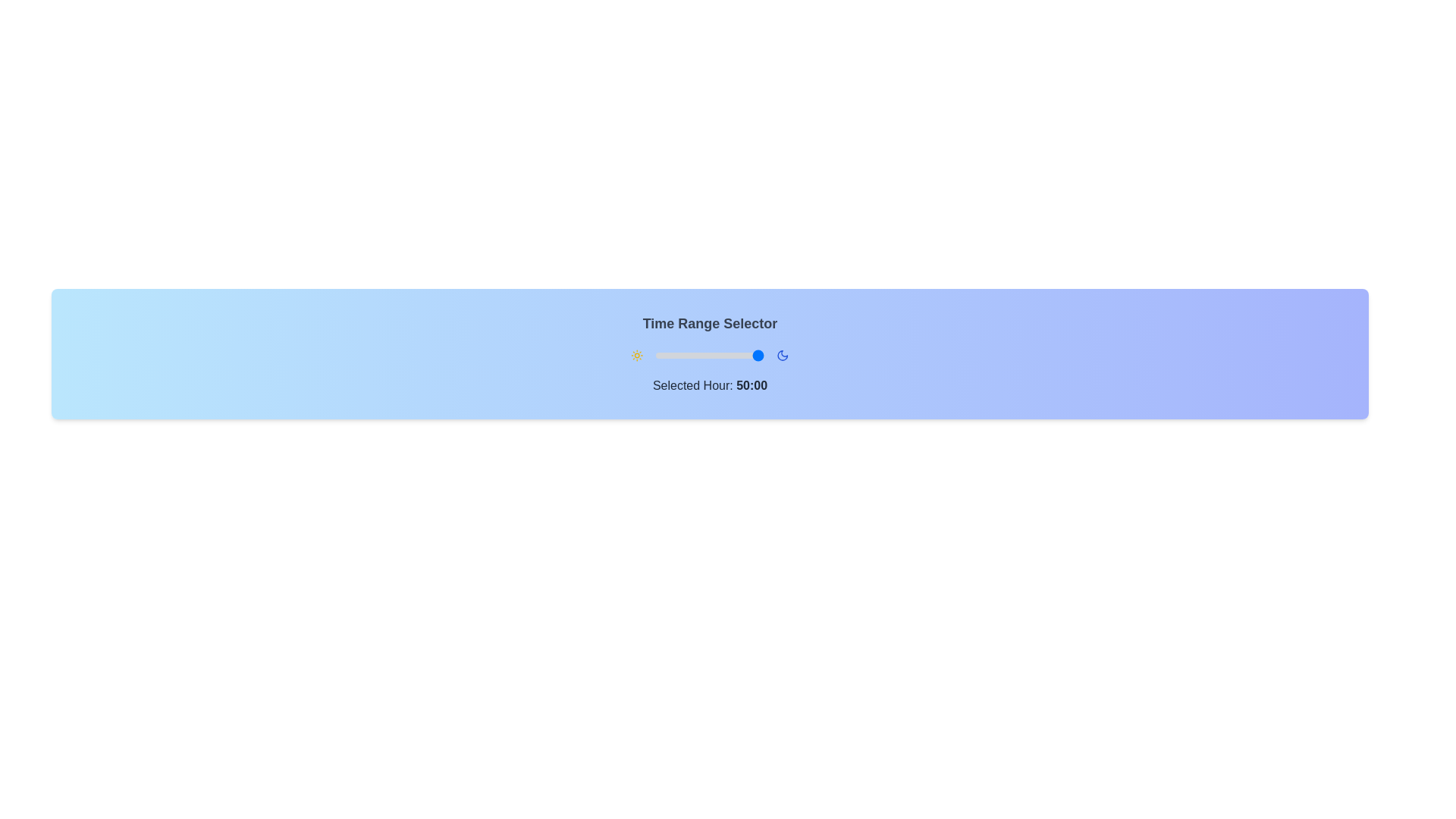 The height and width of the screenshot is (819, 1456). Describe the element at coordinates (673, 356) in the screenshot. I see `the time range slider to set the time to 5` at that location.